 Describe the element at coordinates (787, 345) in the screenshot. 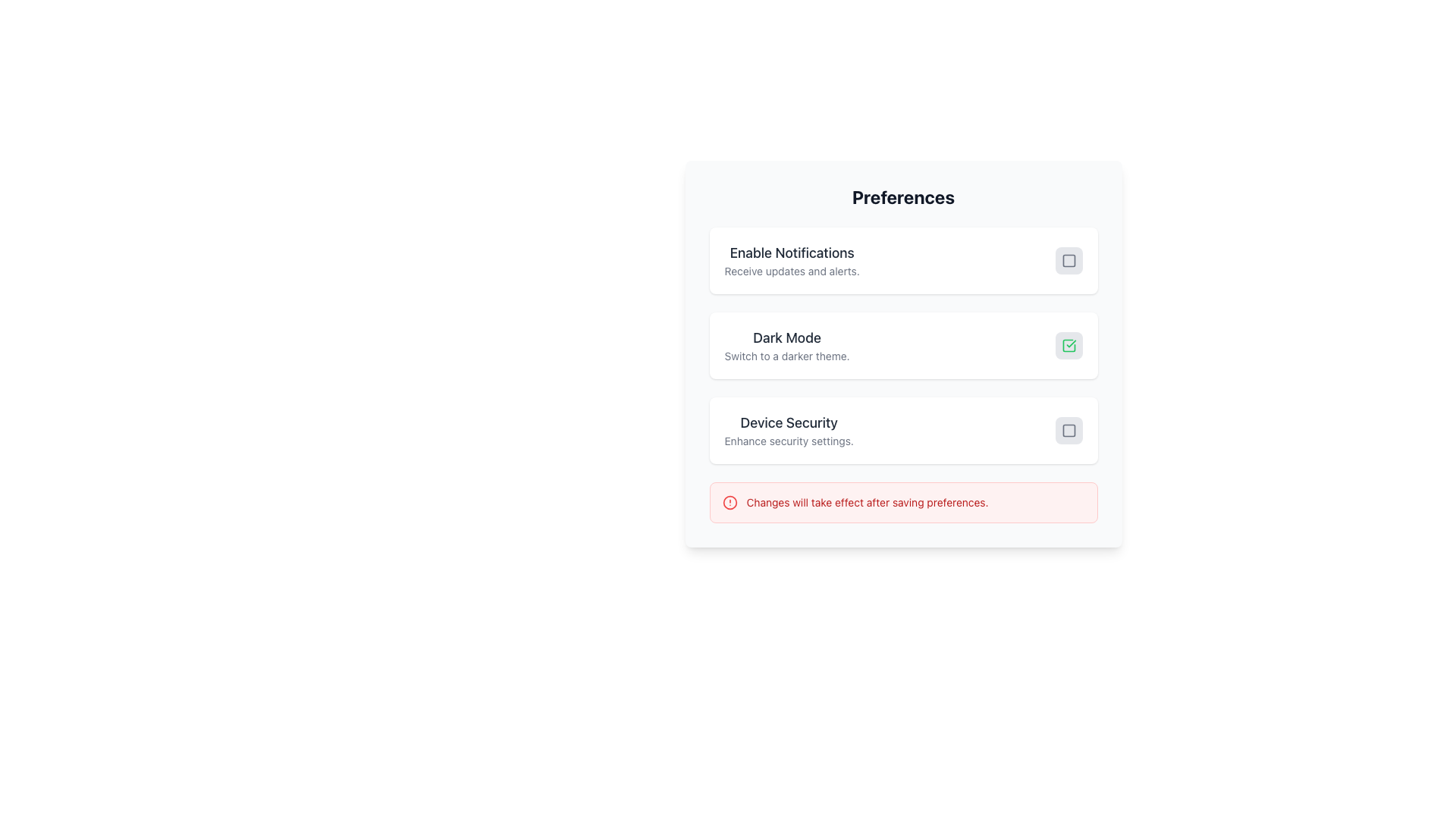

I see `text of the second item in the vertical list of options within the 'Preferences' section, which describes the toggle functionality for enabling or disabling dark mode` at that location.